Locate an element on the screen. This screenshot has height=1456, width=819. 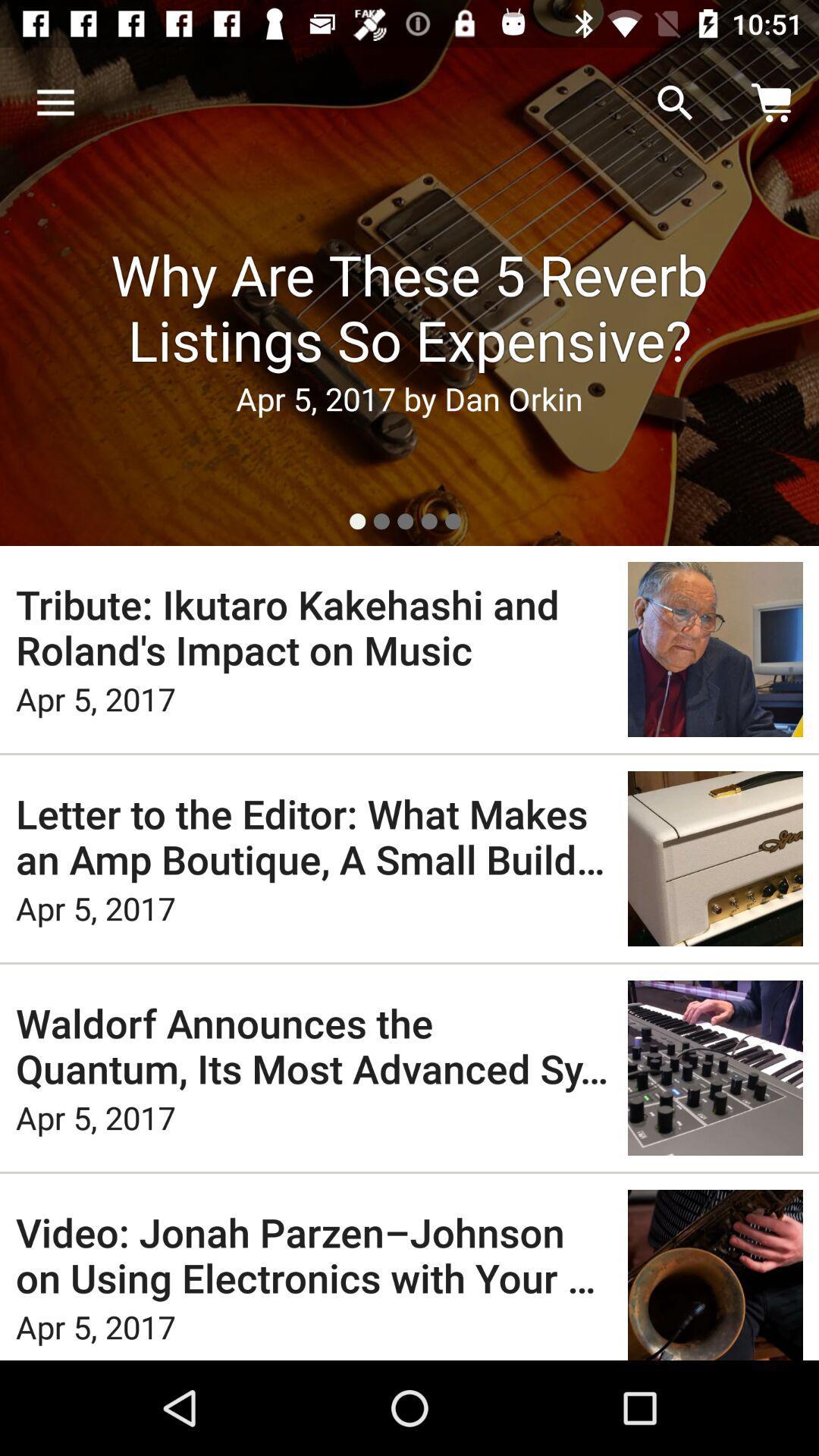
icon above why are these icon is located at coordinates (55, 102).